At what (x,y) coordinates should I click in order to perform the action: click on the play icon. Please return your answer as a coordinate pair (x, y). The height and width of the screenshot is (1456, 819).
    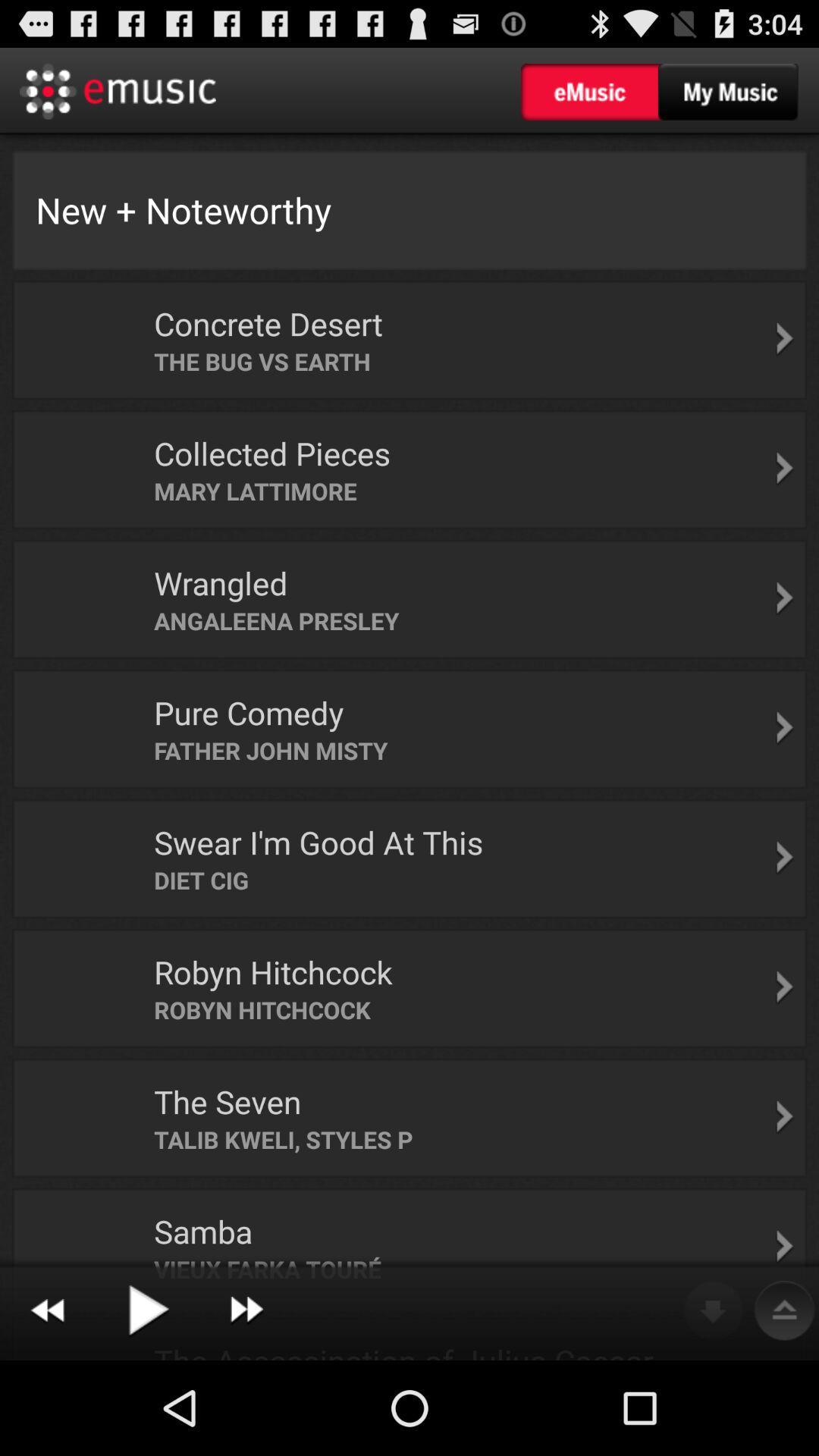
    Looking at the image, I should click on (147, 1402).